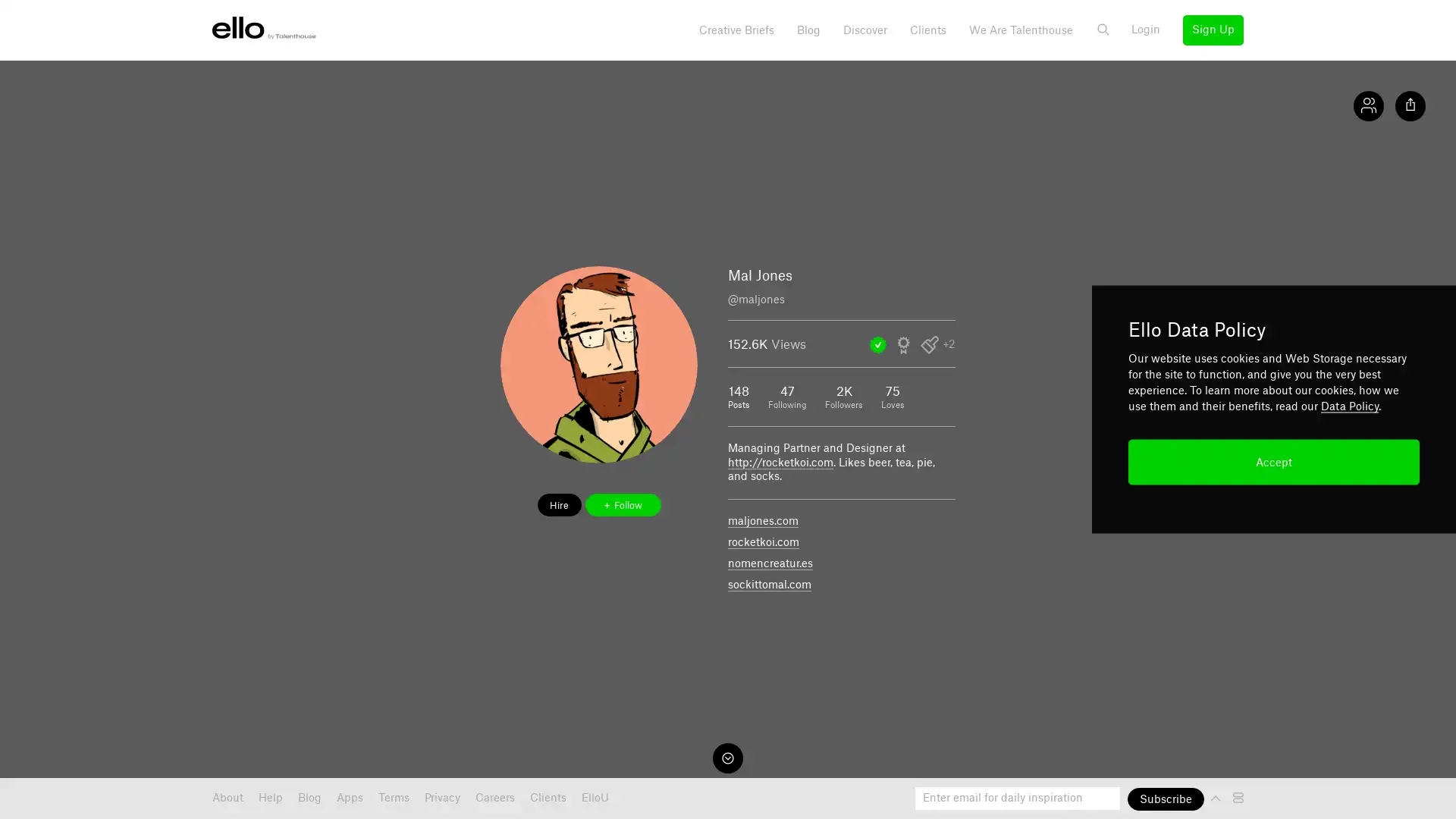 The height and width of the screenshot is (819, 1456). I want to click on Featured, so click(877, 345).